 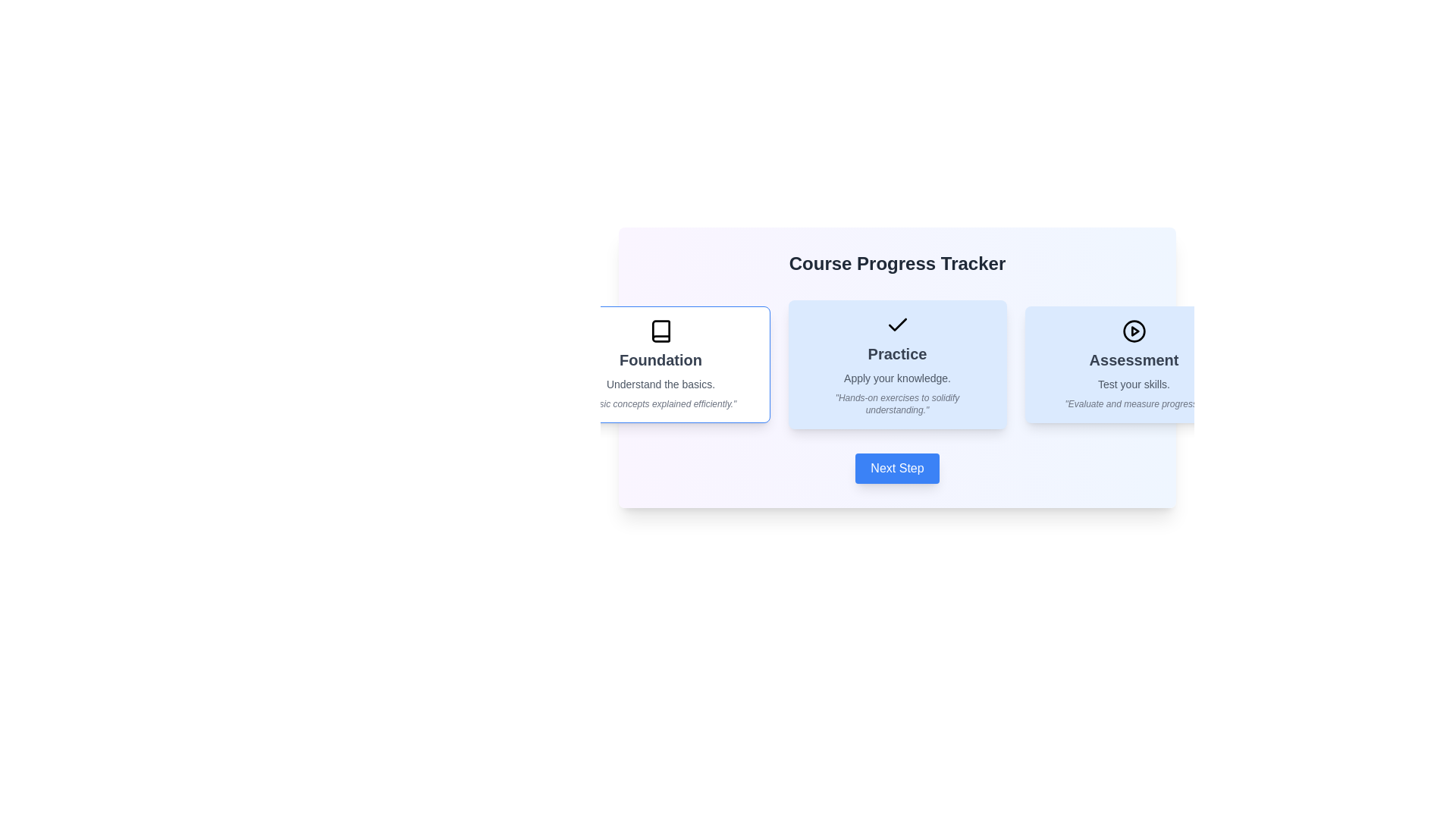 I want to click on the play-button-like graphical icon located in the 'Assessment' section, which is centered within a circular icon positioned to the right of the 'Practice' section, so click(x=1134, y=330).